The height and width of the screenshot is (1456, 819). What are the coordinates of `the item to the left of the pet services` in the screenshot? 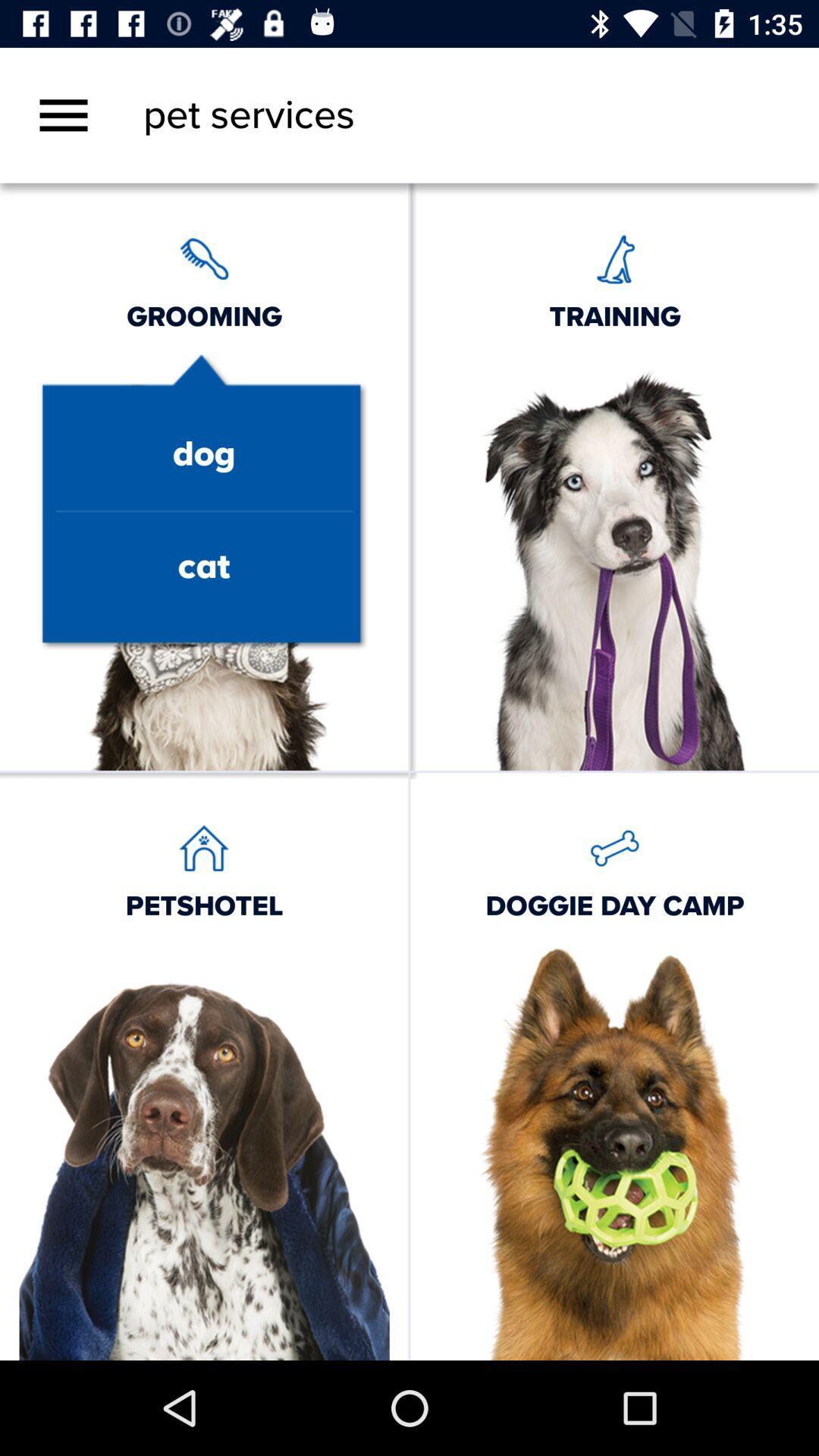 It's located at (63, 115).